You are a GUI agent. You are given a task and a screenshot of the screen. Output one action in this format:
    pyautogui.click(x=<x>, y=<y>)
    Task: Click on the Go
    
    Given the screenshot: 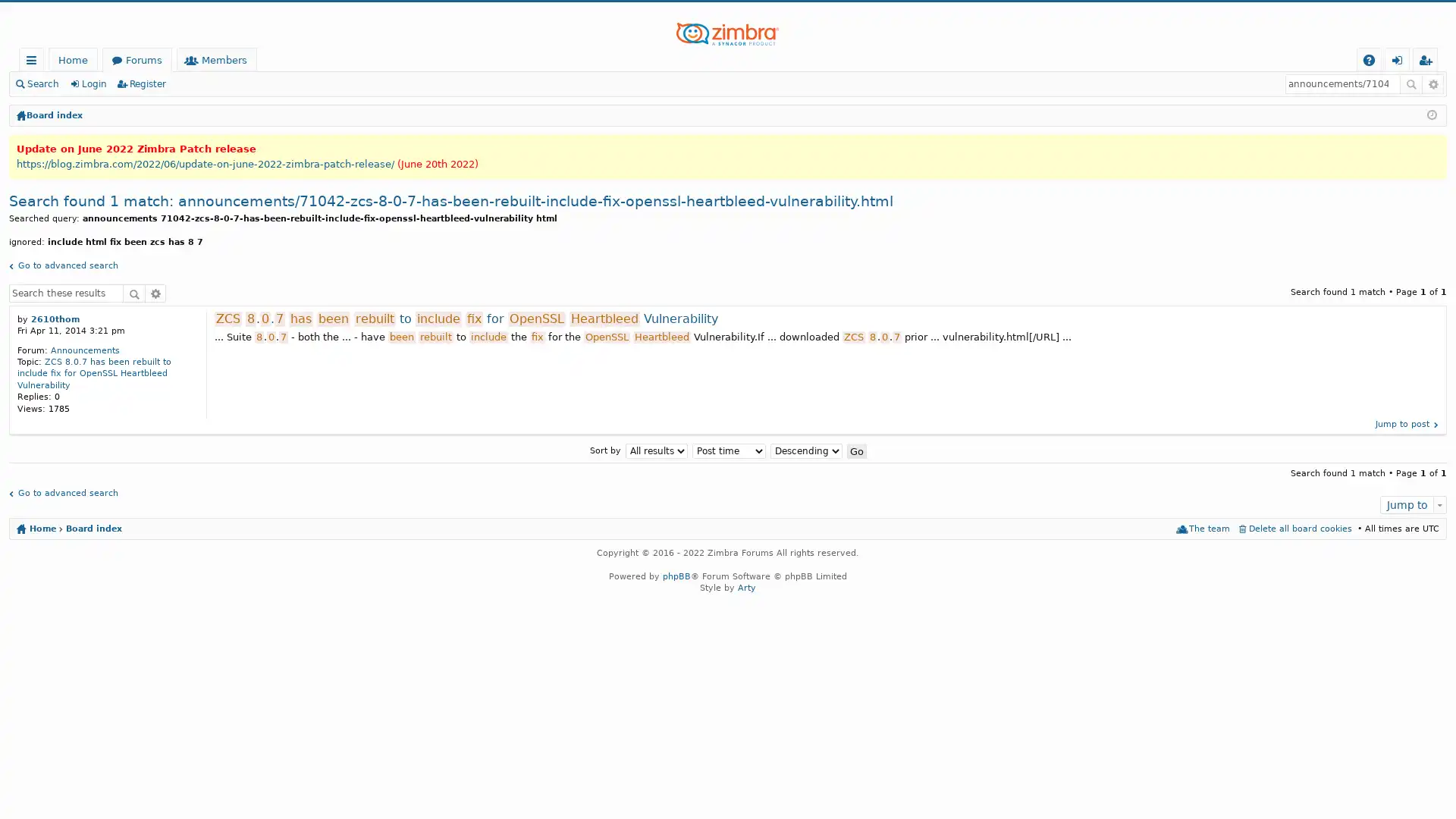 What is the action you would take?
    pyautogui.click(x=855, y=450)
    